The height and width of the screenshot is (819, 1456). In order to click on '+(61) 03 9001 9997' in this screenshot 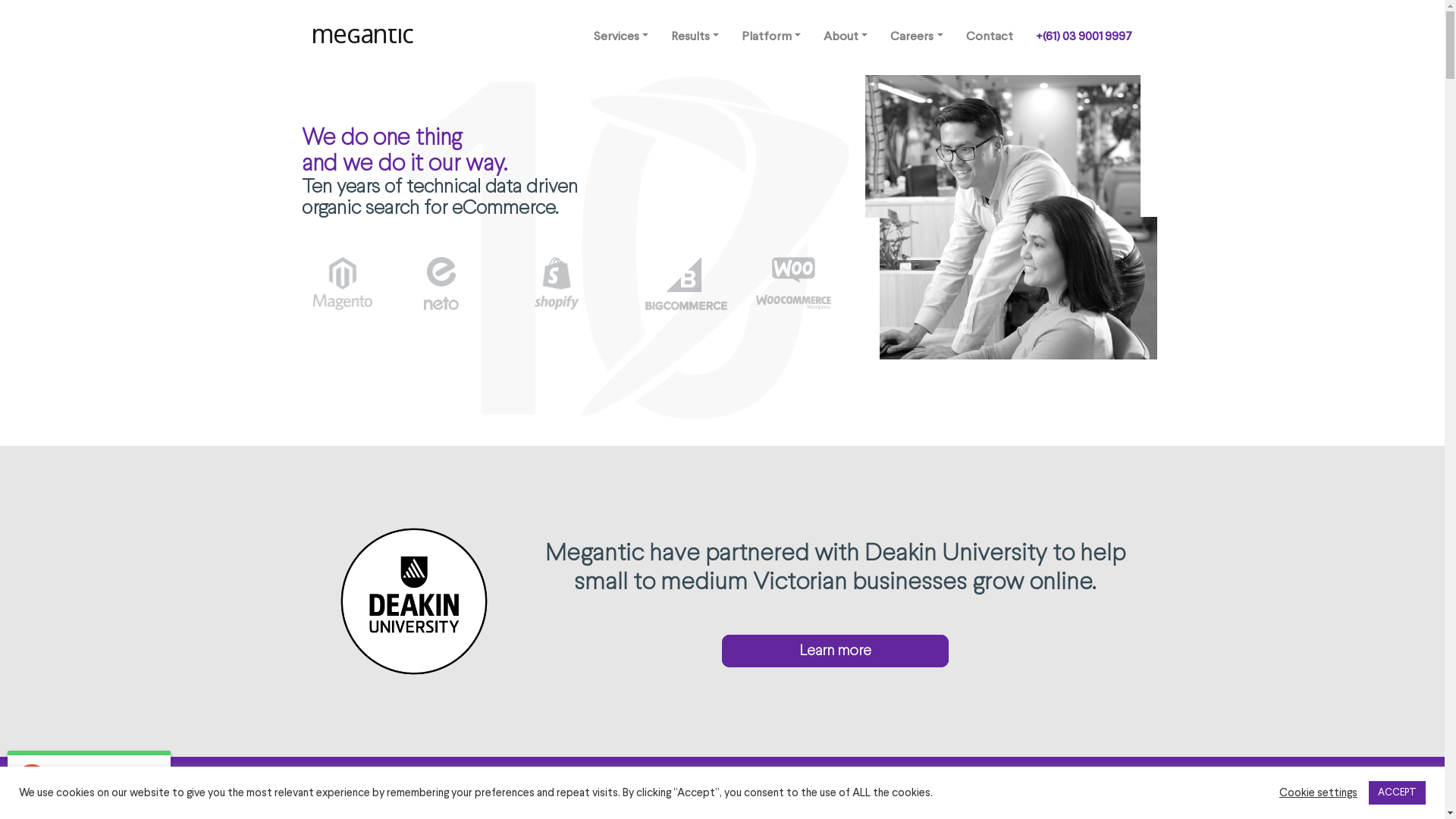, I will do `click(1082, 36)`.